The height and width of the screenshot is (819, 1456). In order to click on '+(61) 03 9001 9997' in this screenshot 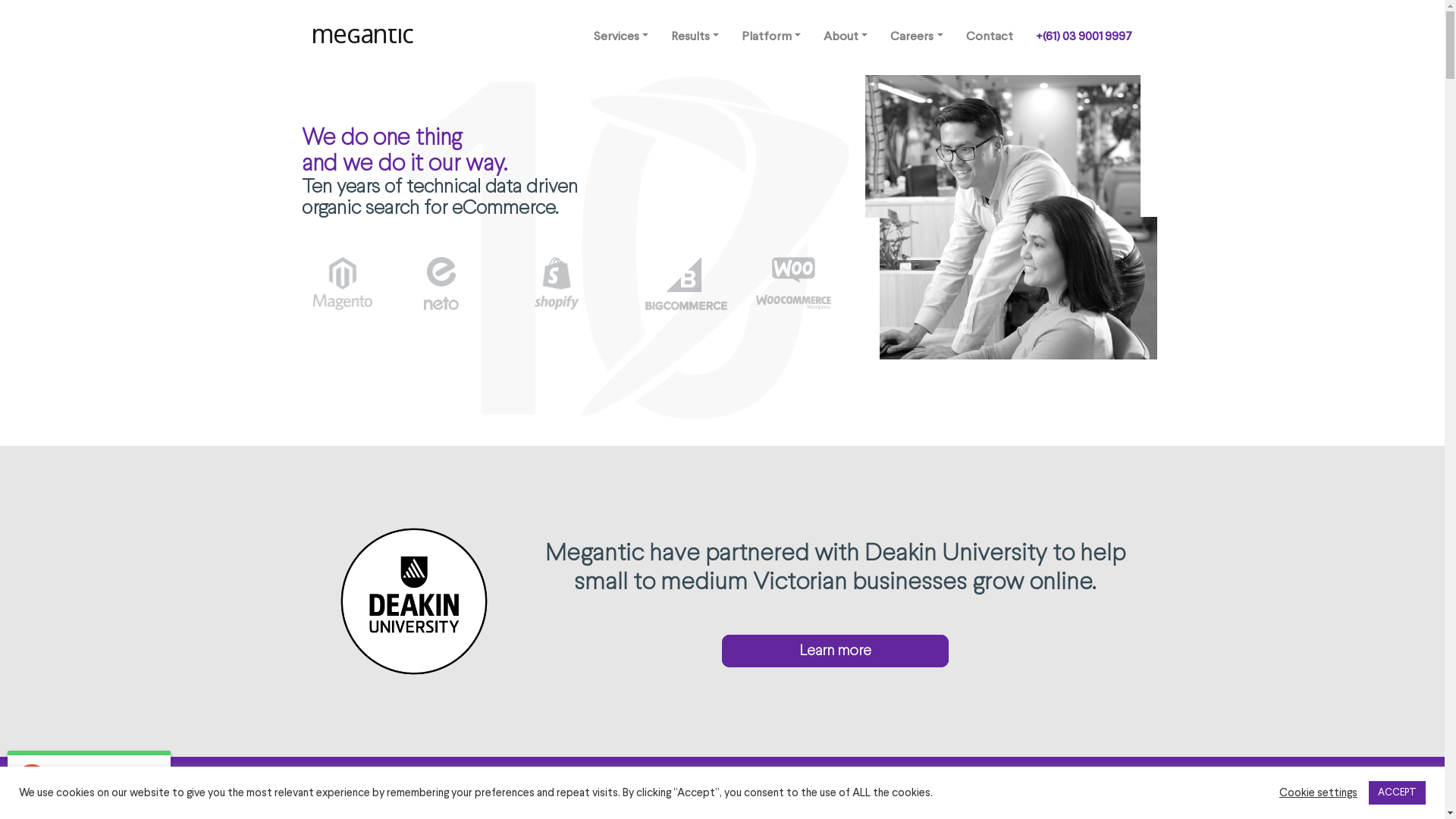, I will do `click(1082, 36)`.